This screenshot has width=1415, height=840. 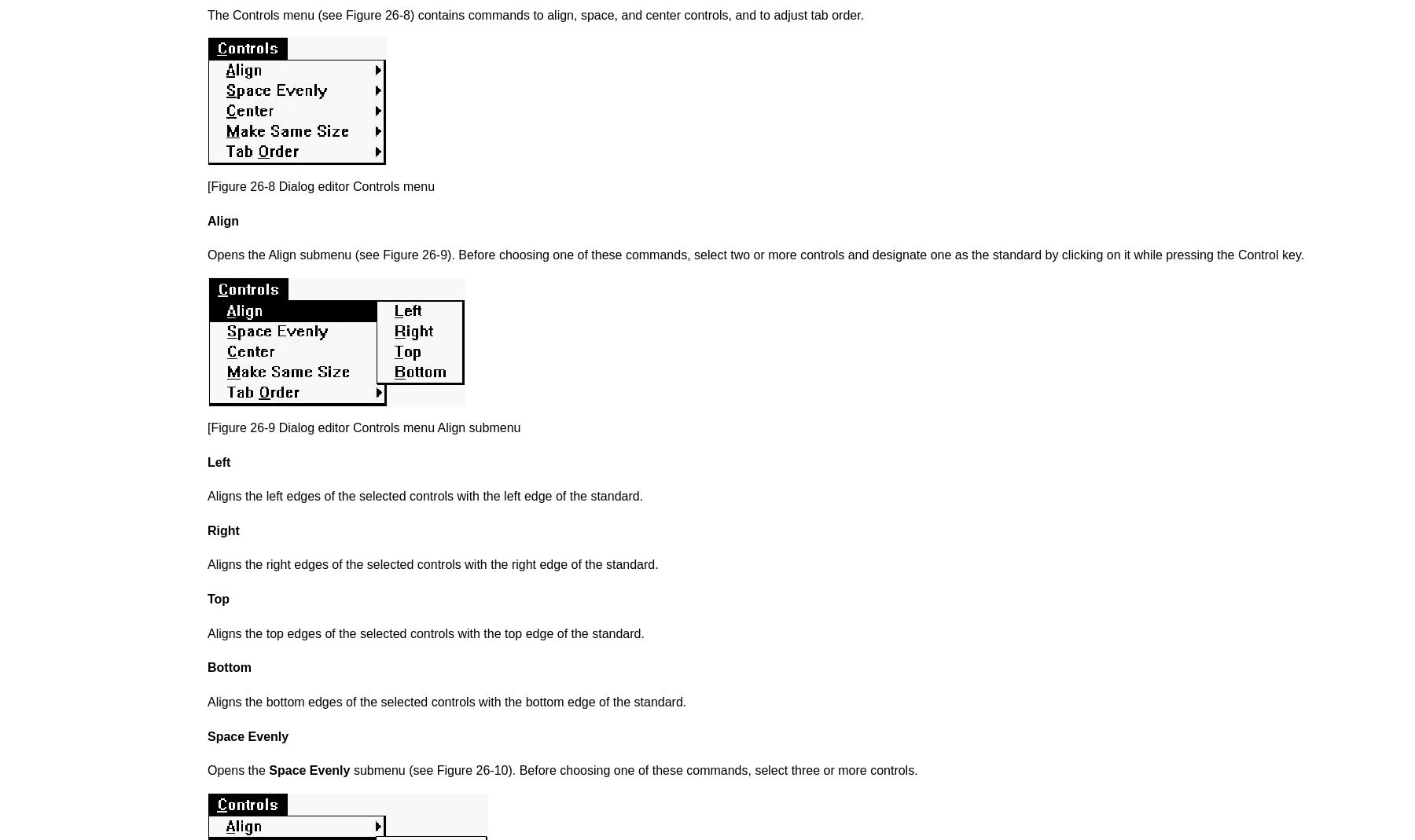 What do you see at coordinates (321, 185) in the screenshot?
I see `'[Figure 26-8 Dialog editor Controls menu'` at bounding box center [321, 185].